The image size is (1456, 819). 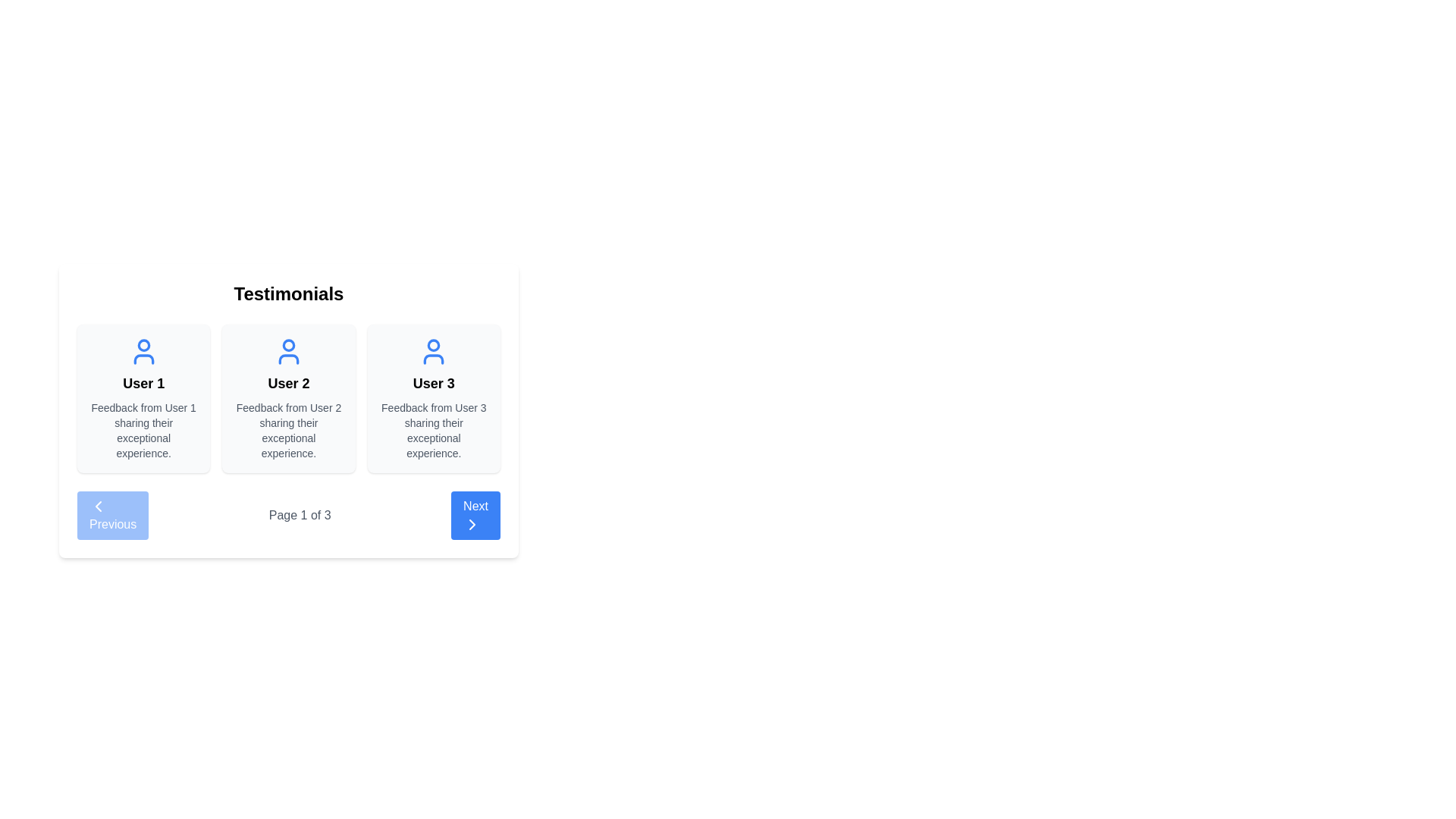 I want to click on information displayed on the testimonial card representing feedback from 'User 3', which is the third card in a row of three cards under the 'Testimonials' header, so click(x=433, y=397).